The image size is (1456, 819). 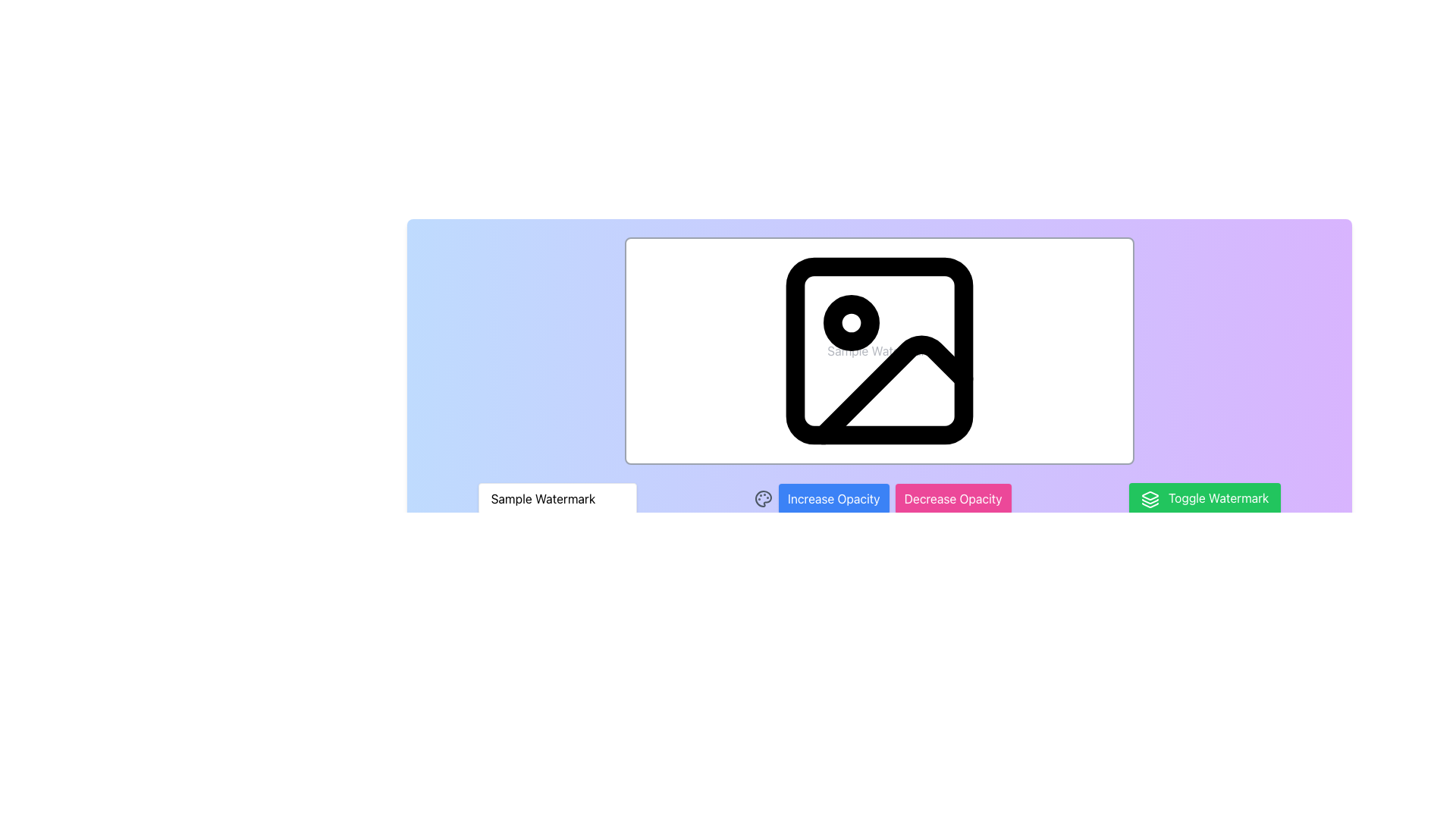 What do you see at coordinates (1150, 499) in the screenshot?
I see `the button with a green background and rounded edges that contains the icon resembling stacked layers and the text 'Toggle Watermark'` at bounding box center [1150, 499].